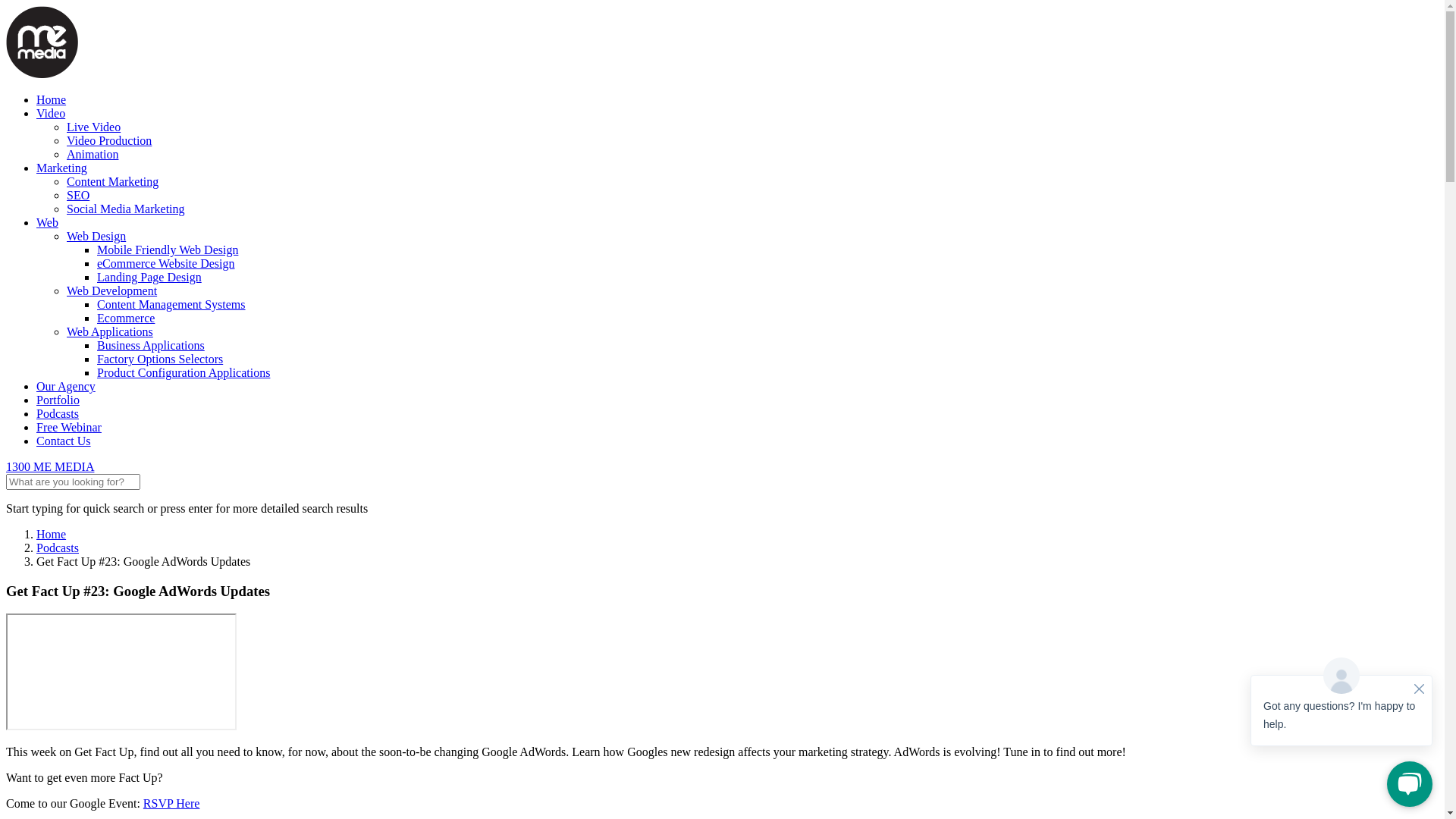  Describe the element at coordinates (96, 359) in the screenshot. I see `'Factory Options Selectors'` at that location.